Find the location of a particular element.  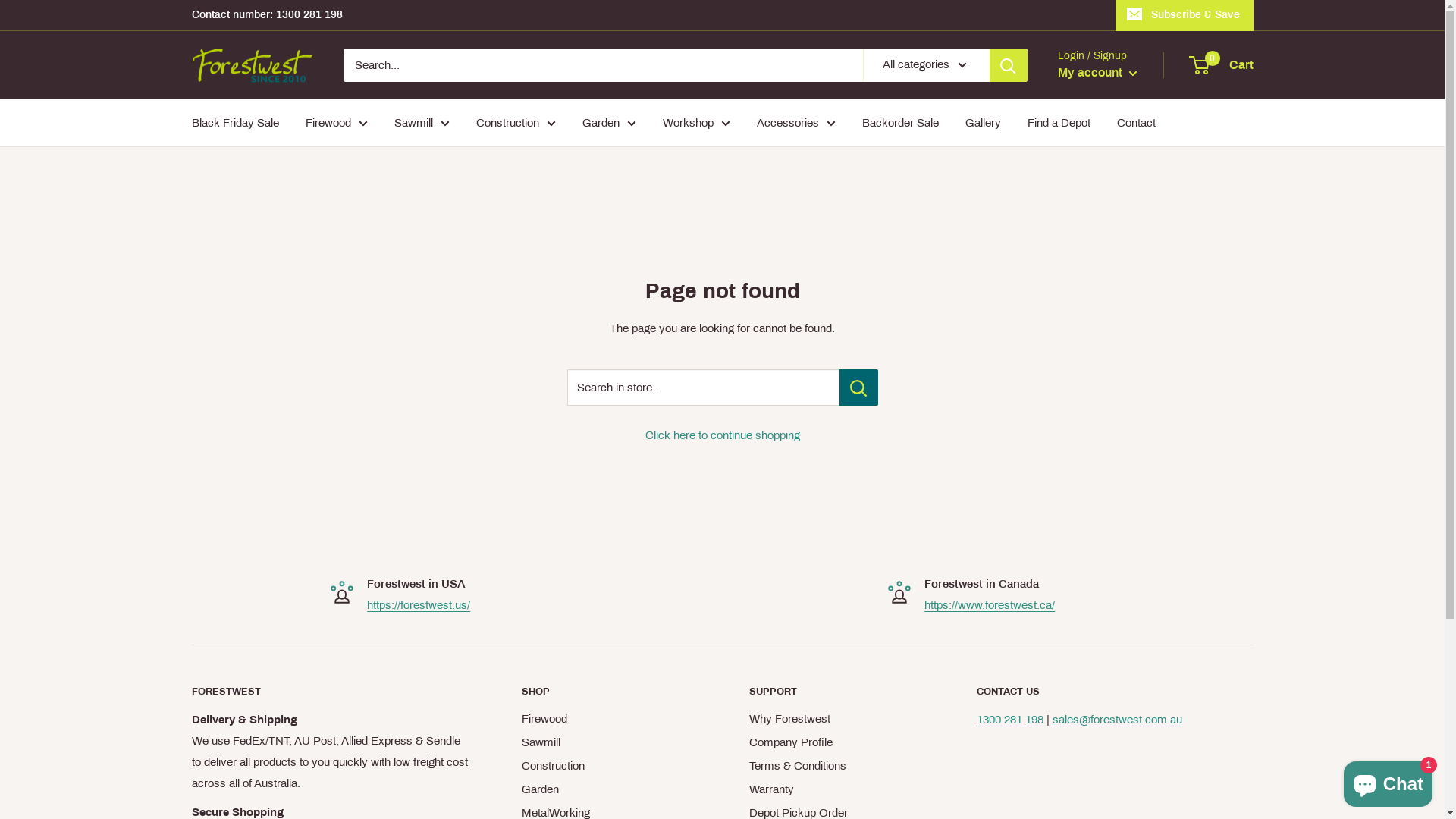

'Garden' is located at coordinates (608, 789).